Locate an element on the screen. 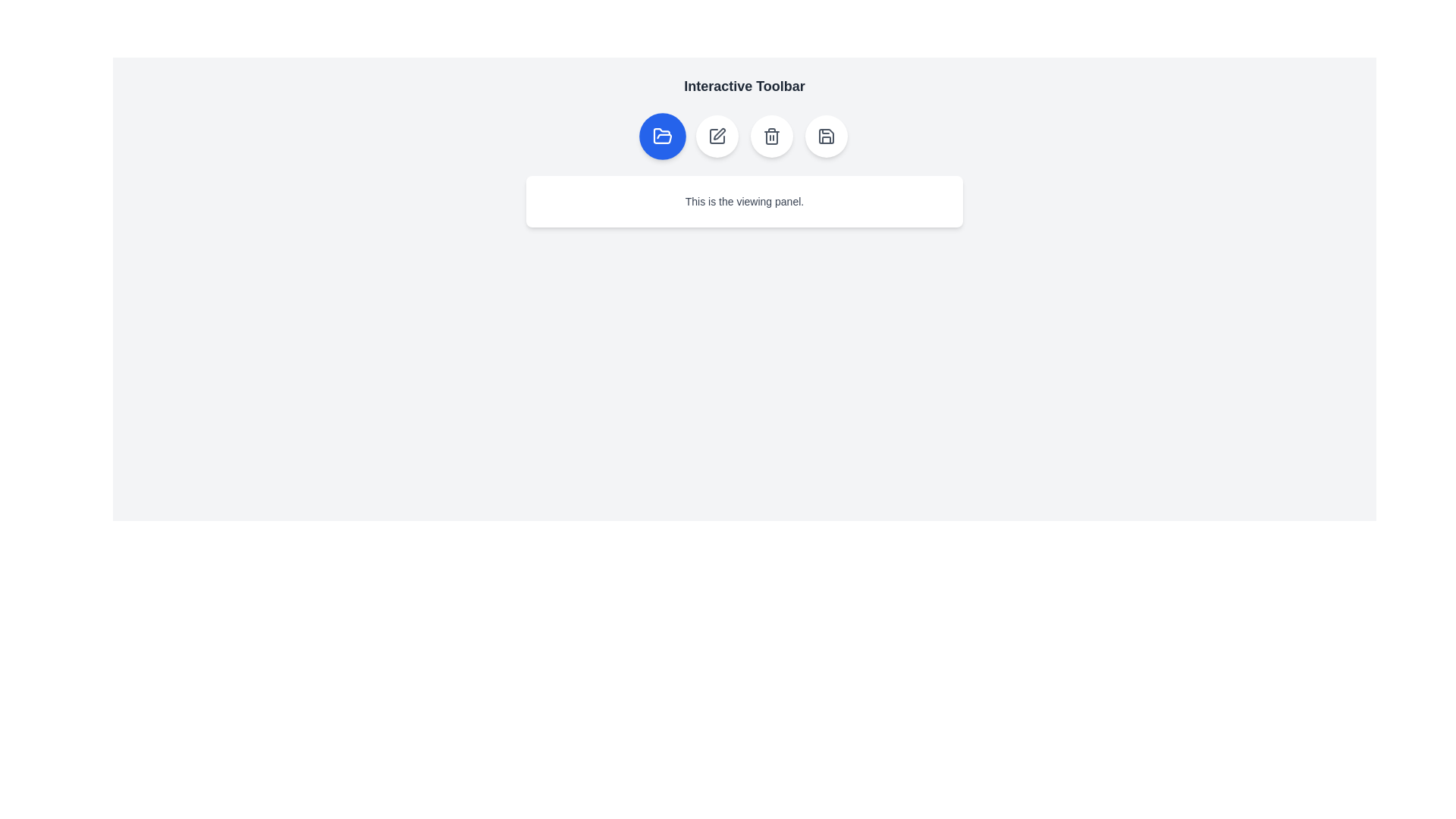 This screenshot has width=1456, height=819. the second button in the horizontal row at the top-center of the interface is located at coordinates (716, 136).